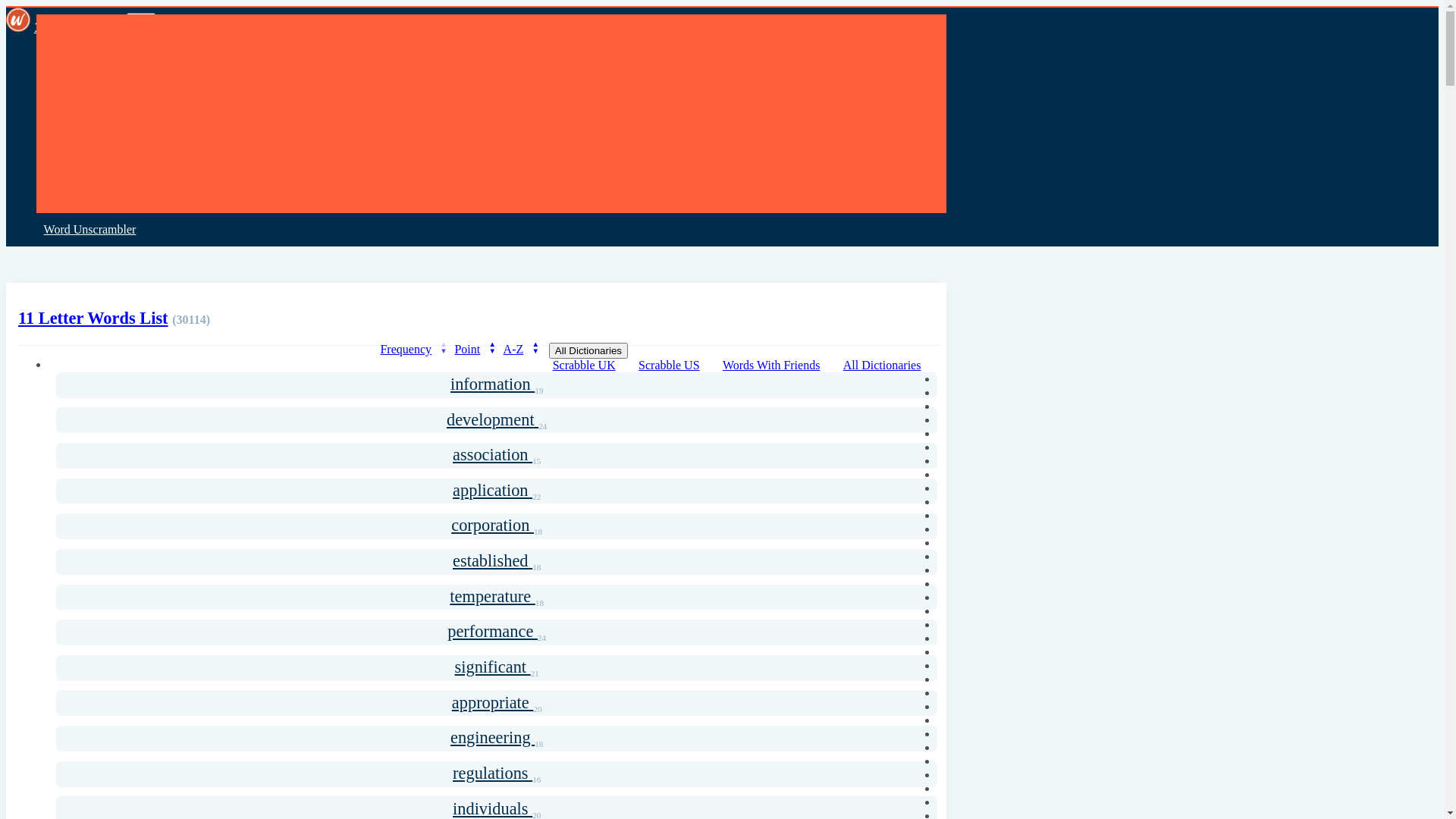  I want to click on '11 Letter Words List', so click(93, 317).